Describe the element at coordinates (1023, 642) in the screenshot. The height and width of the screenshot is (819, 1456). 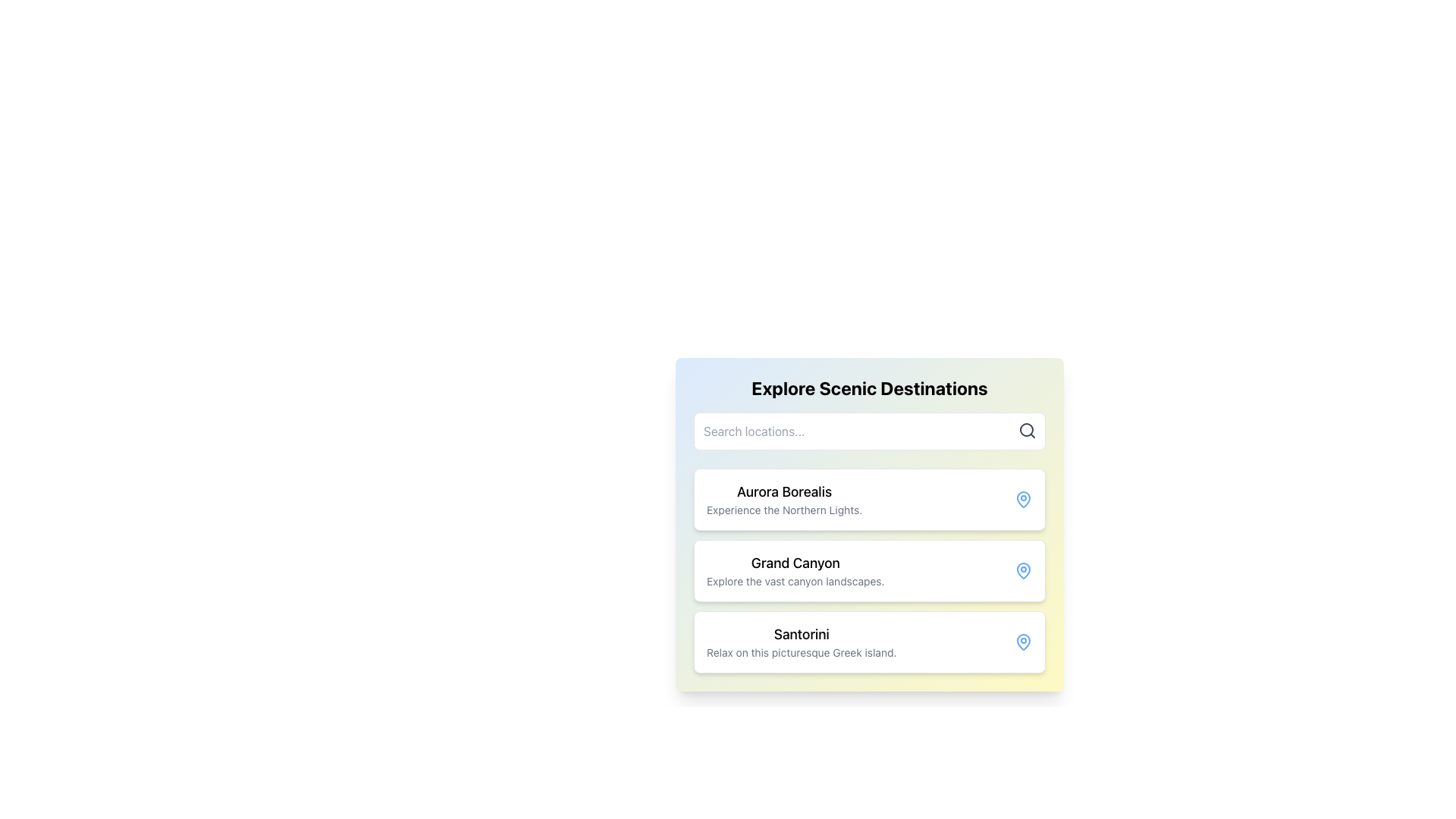
I see `the small blue location pin icon on the far right side of the 'Santorini' row` at that location.